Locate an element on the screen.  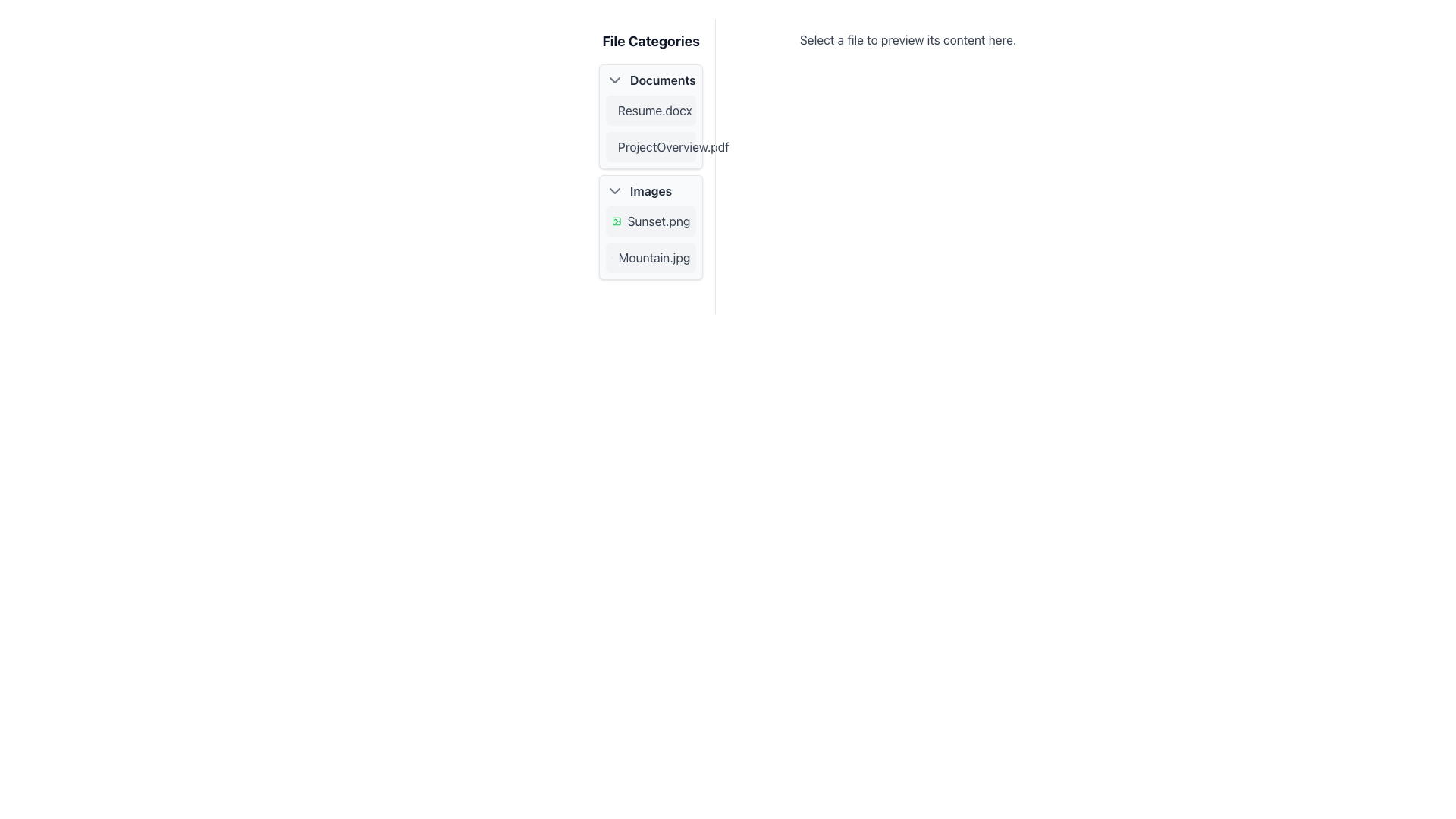
the text label displaying 'Mountain.jpg' is located at coordinates (654, 256).